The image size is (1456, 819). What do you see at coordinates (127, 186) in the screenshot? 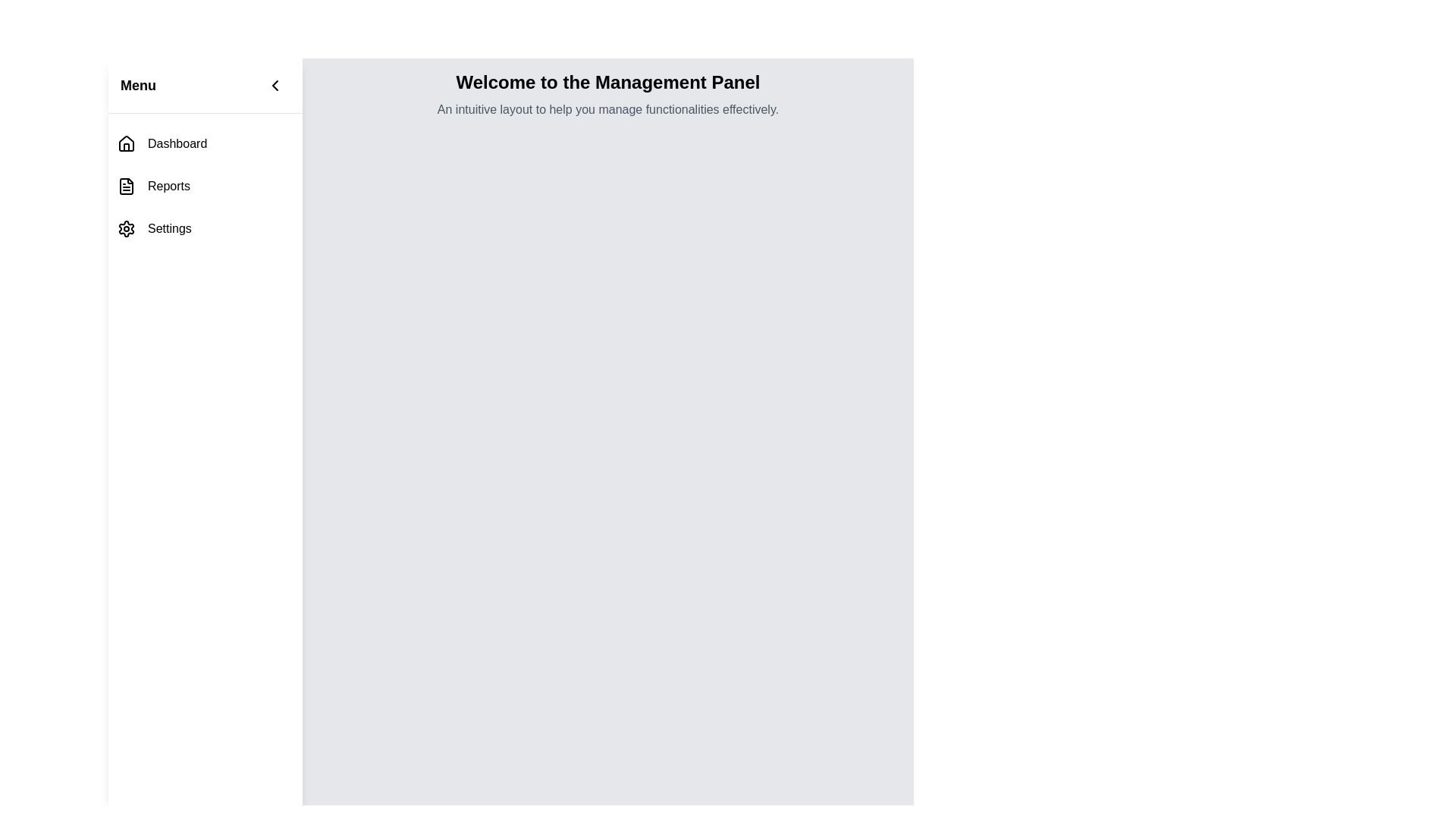
I see `the 'Reports' icon located to the left of the 'Reports' text in the vertical navigation menu` at bounding box center [127, 186].